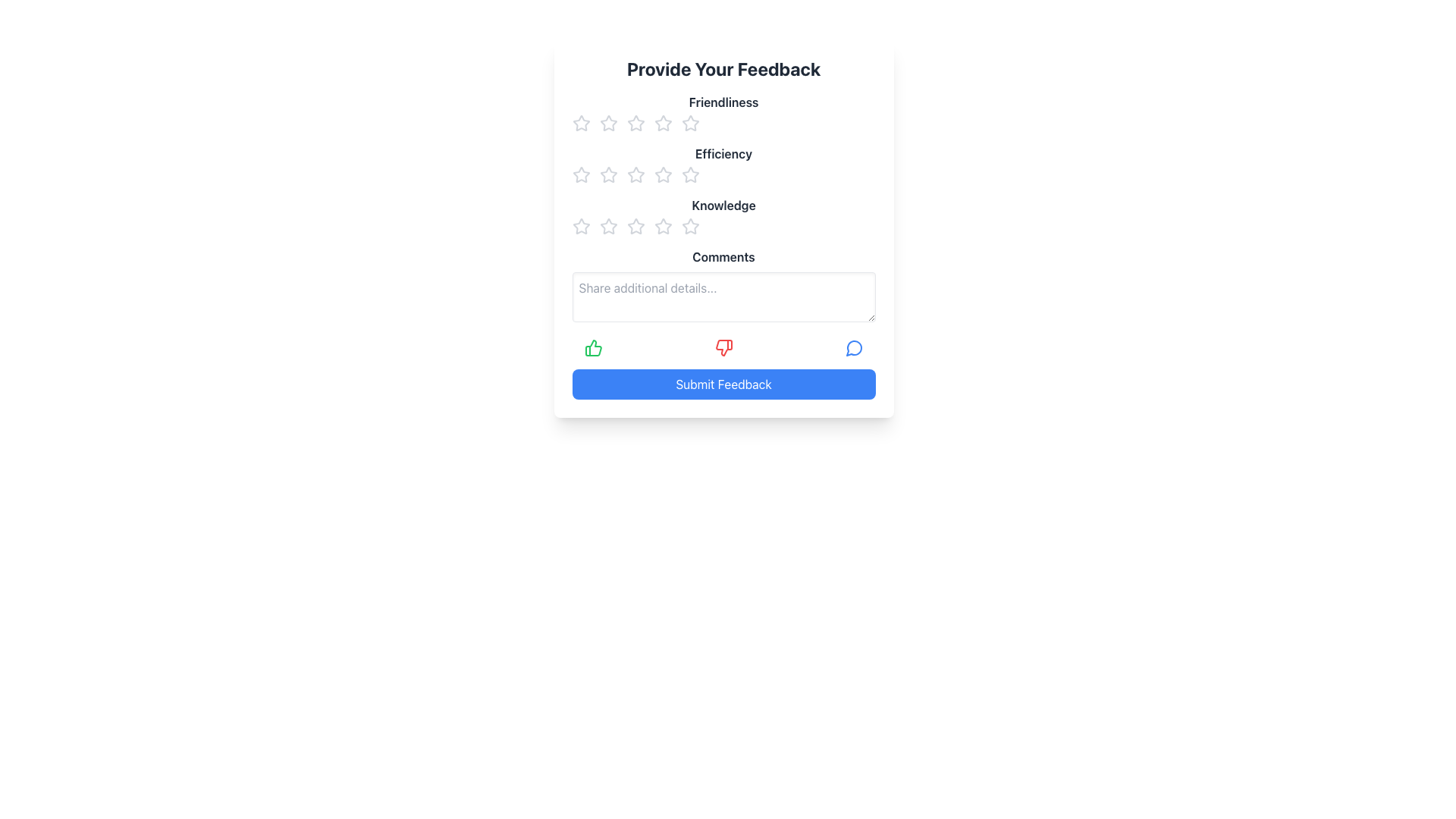 Image resolution: width=1456 pixels, height=819 pixels. I want to click on the first star rating icon for the 'Knowledge' feedback category to provide a one-star rating, so click(580, 227).